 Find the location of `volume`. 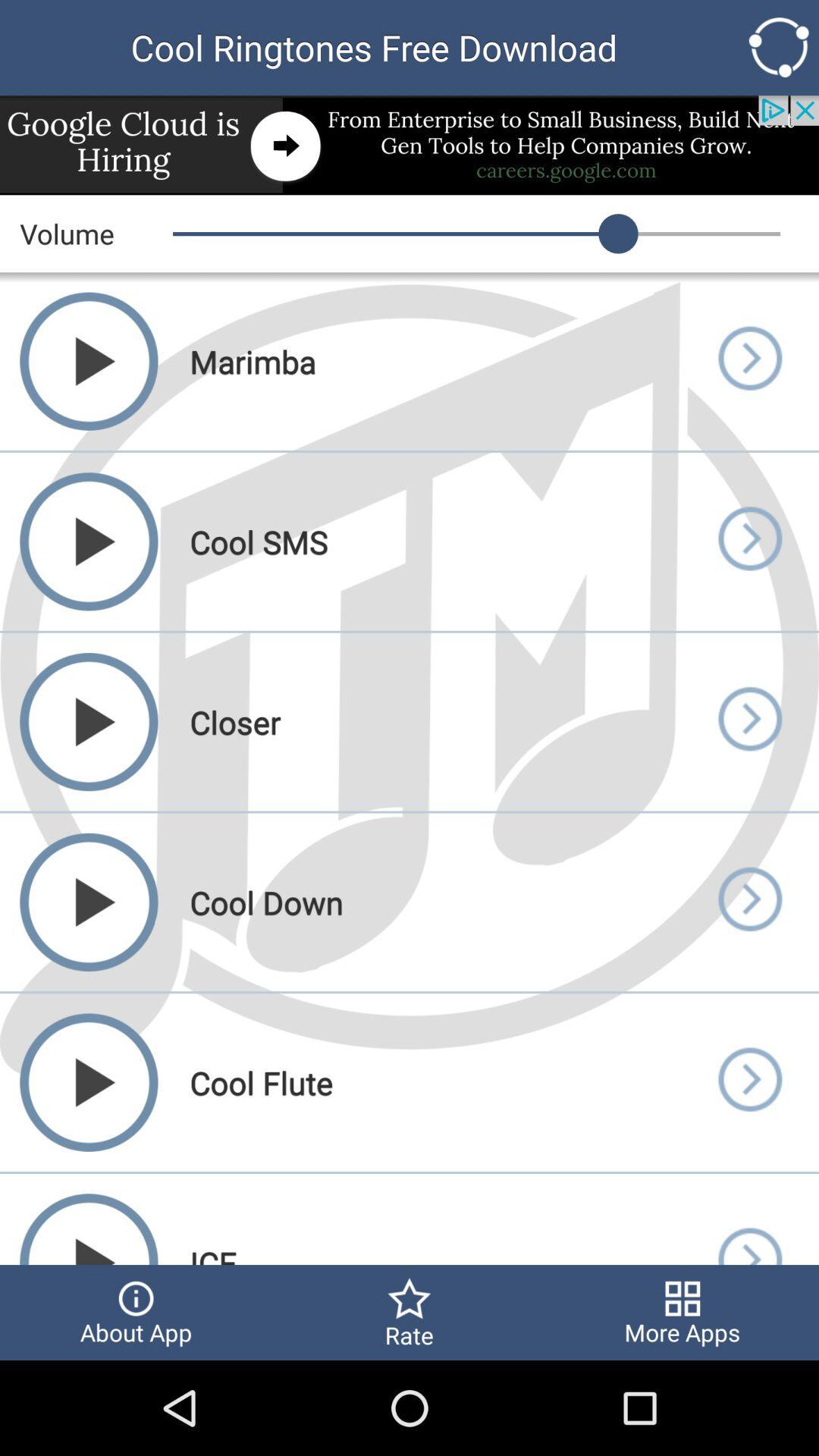

volume is located at coordinates (748, 721).